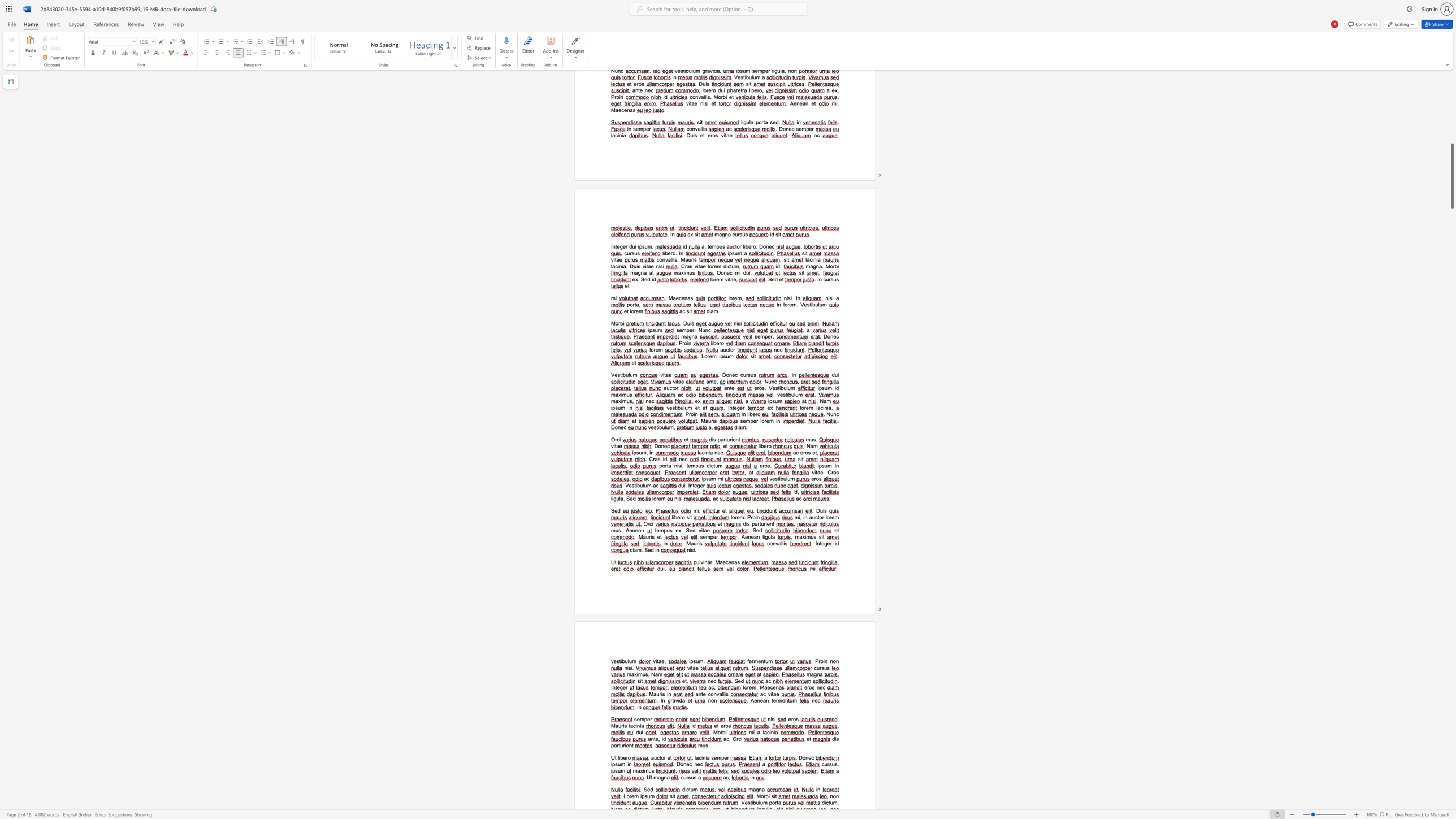 This screenshot has width=1456, height=819. Describe the element at coordinates (748, 517) in the screenshot. I see `the 1th character "P" in the text` at that location.